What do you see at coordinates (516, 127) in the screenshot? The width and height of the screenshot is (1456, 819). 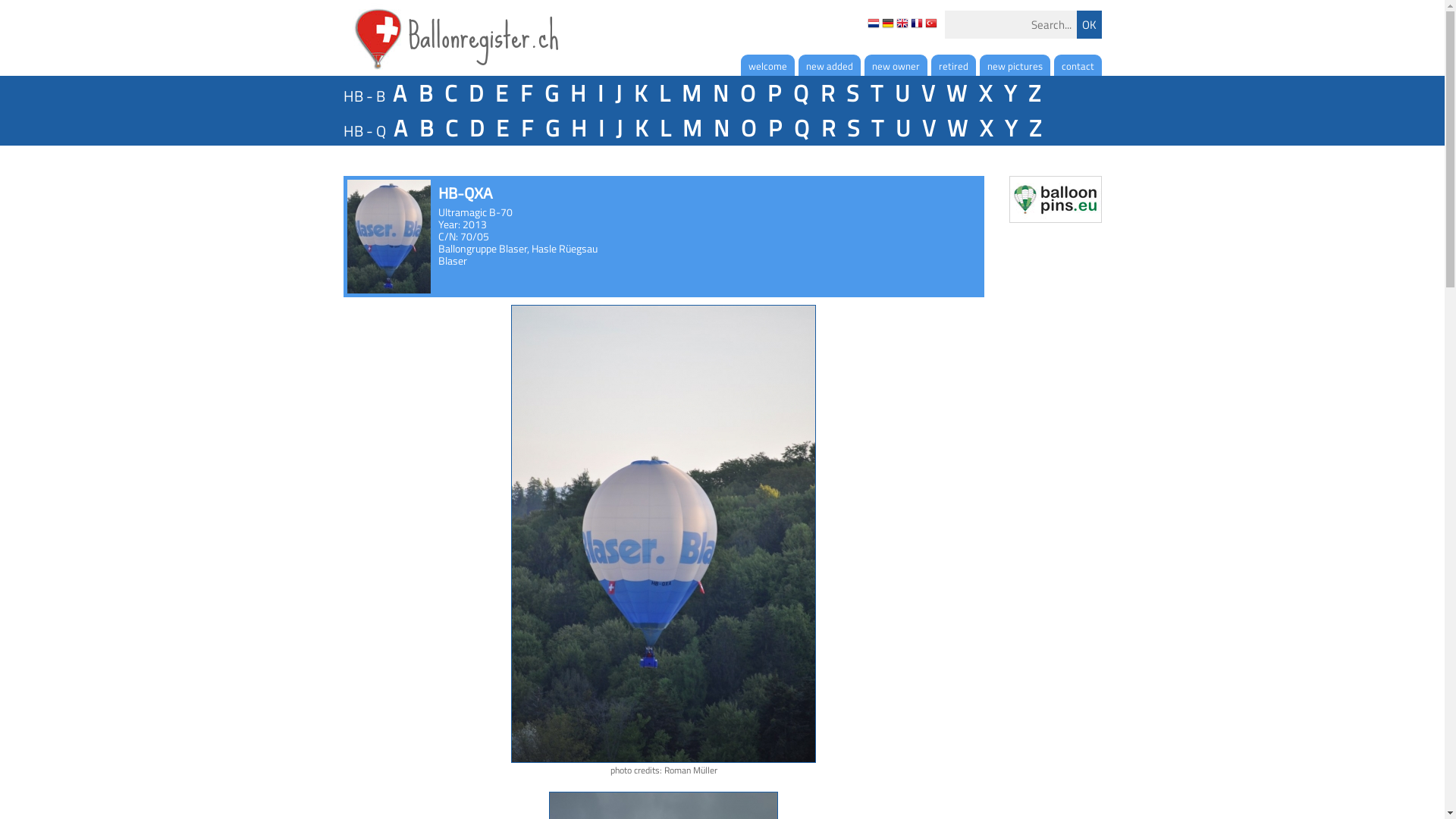 I see `'F'` at bounding box center [516, 127].